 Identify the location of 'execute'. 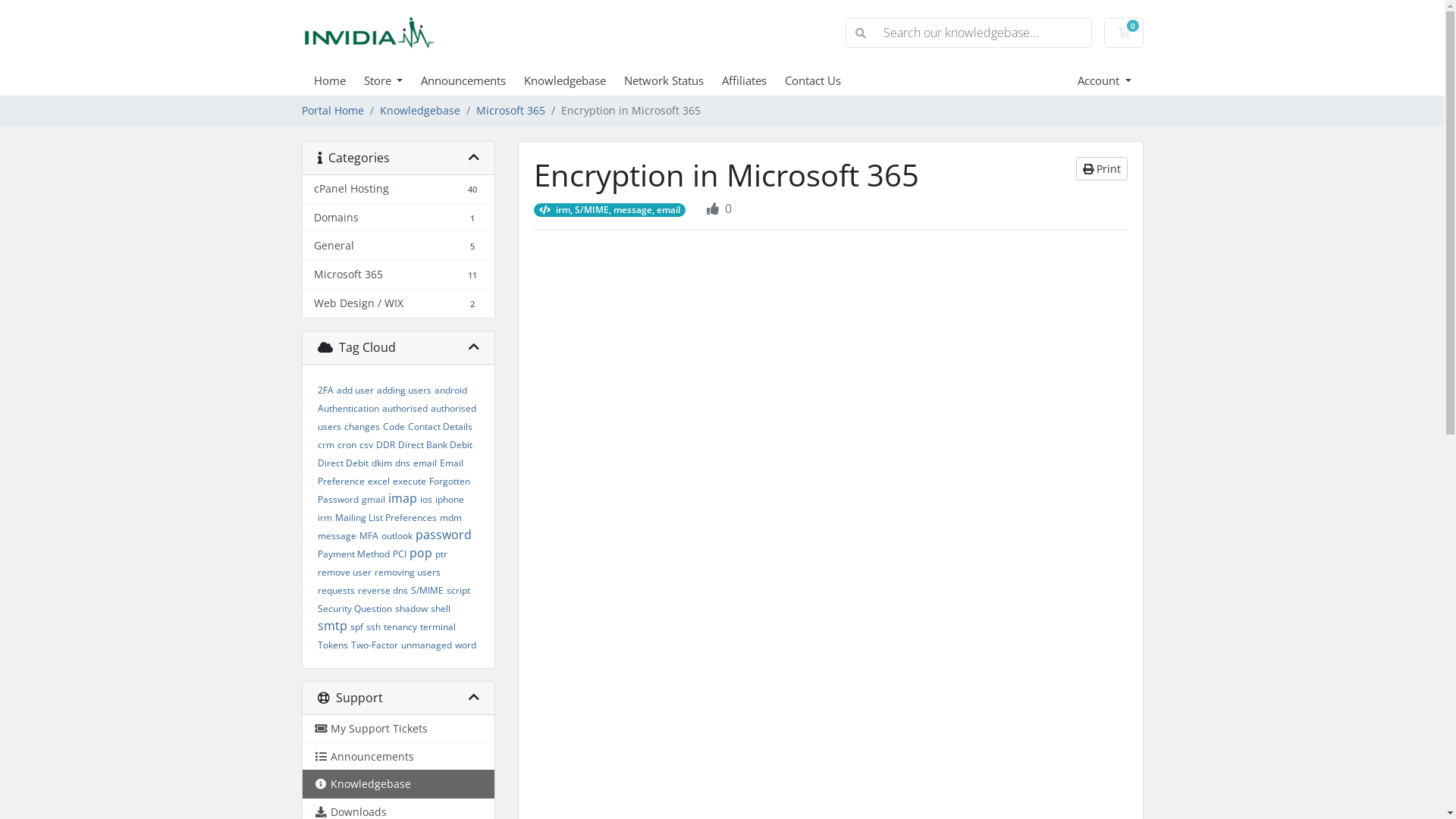
(409, 481).